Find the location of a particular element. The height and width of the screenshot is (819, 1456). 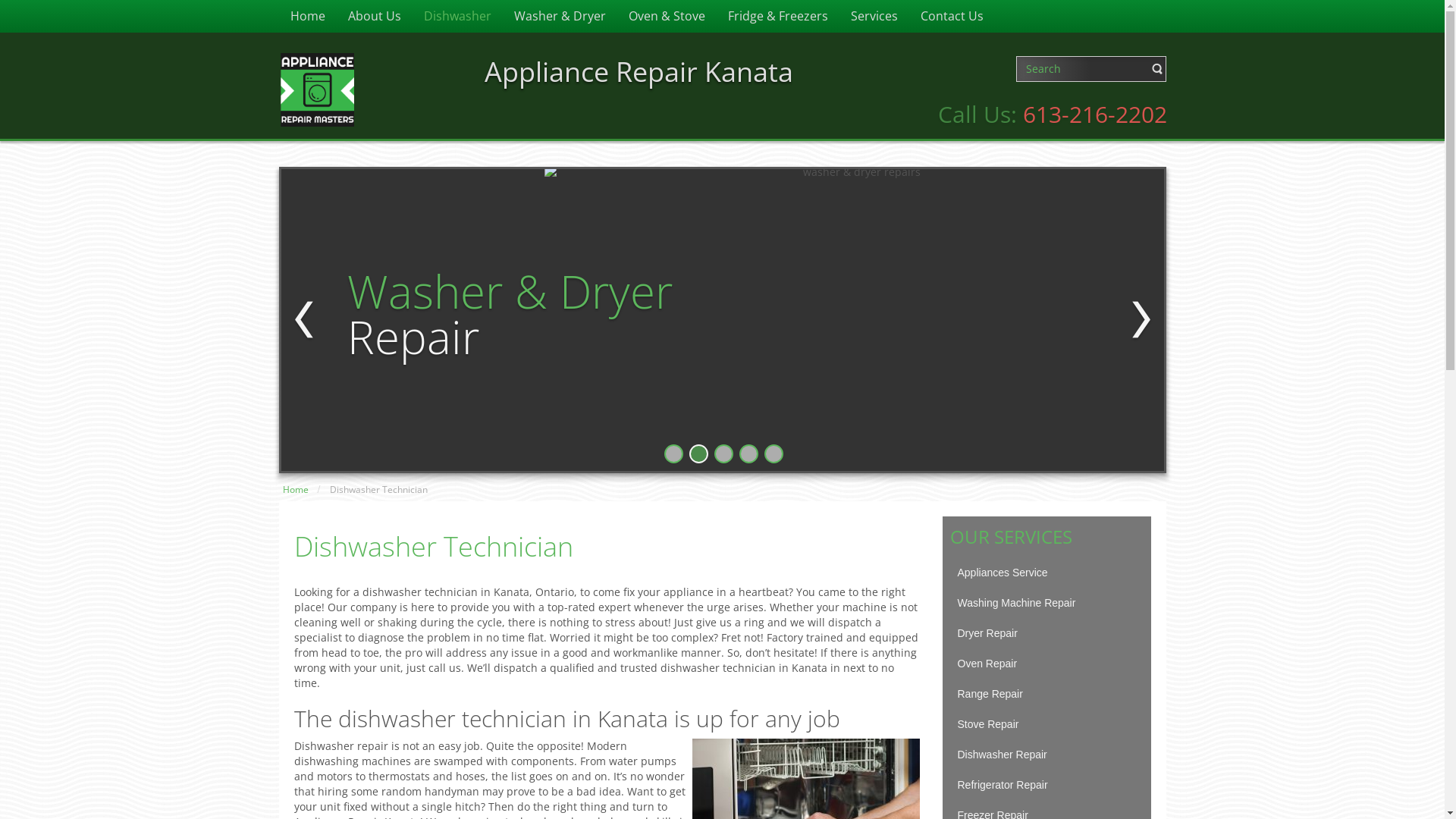

'Dishwasher' is located at coordinates (457, 16).